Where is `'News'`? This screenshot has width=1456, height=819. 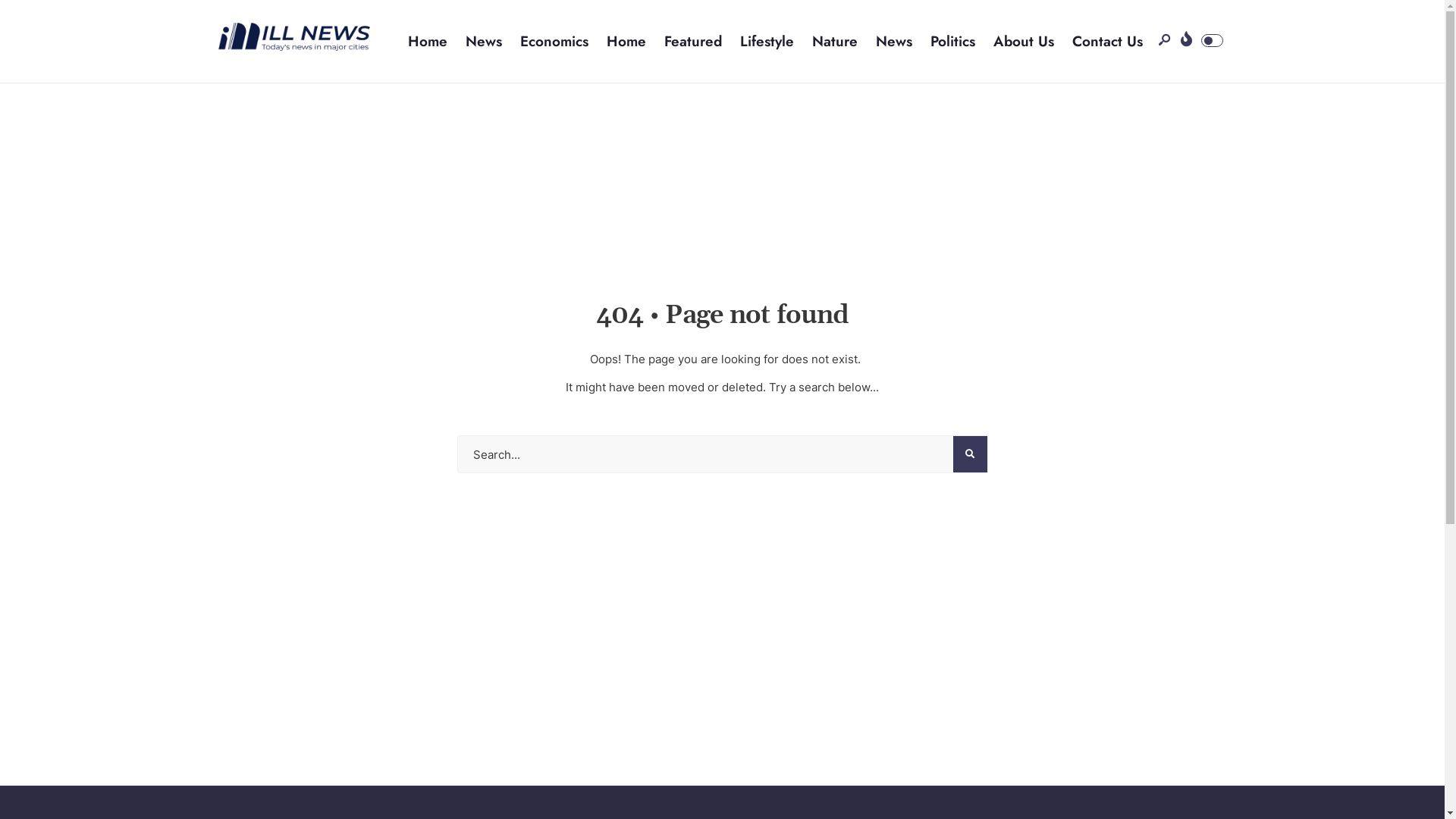 'News' is located at coordinates (894, 40).